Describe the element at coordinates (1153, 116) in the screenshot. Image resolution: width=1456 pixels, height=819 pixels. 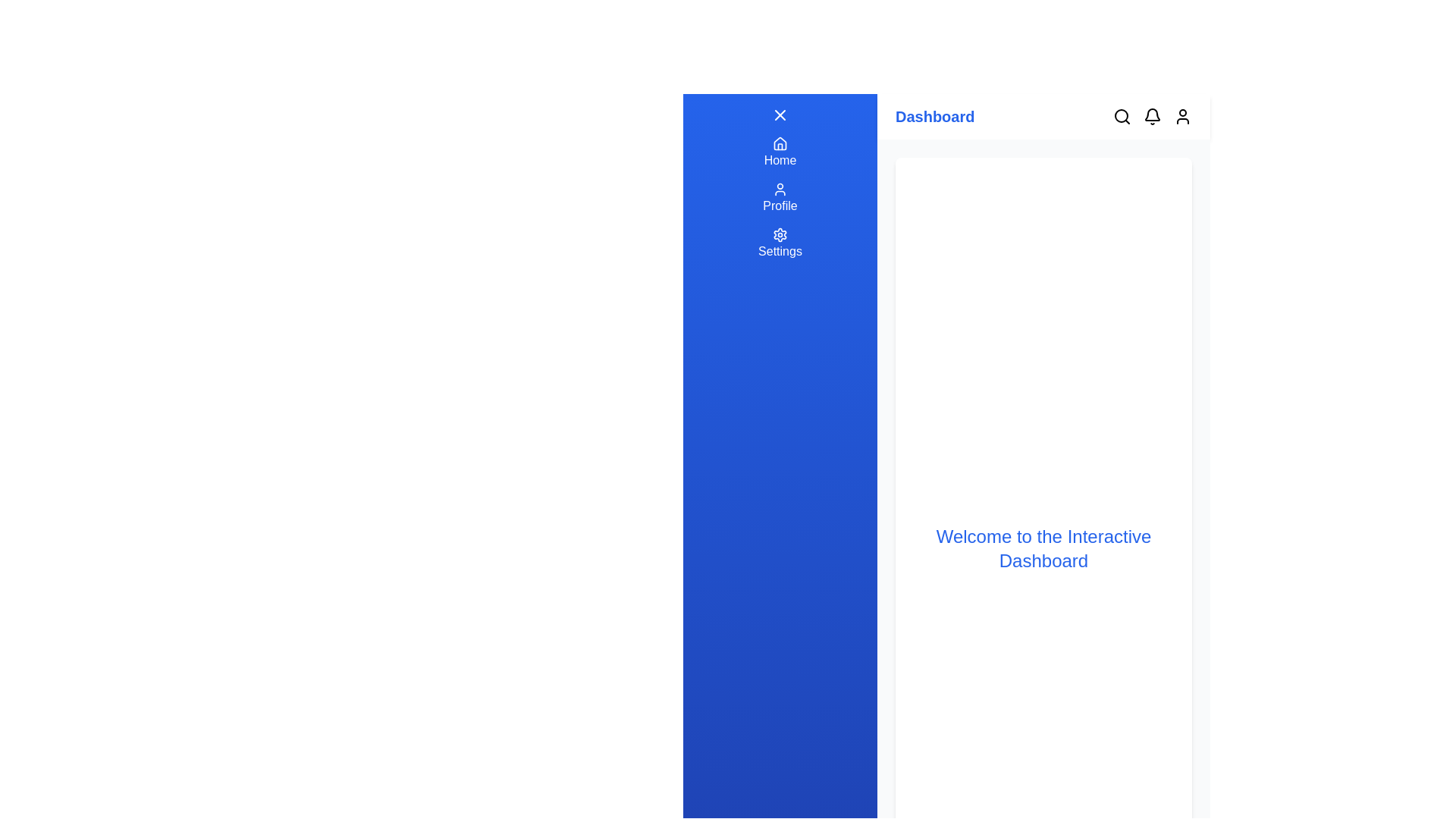
I see `the bell icon located in the upper right section of the user interface` at that location.